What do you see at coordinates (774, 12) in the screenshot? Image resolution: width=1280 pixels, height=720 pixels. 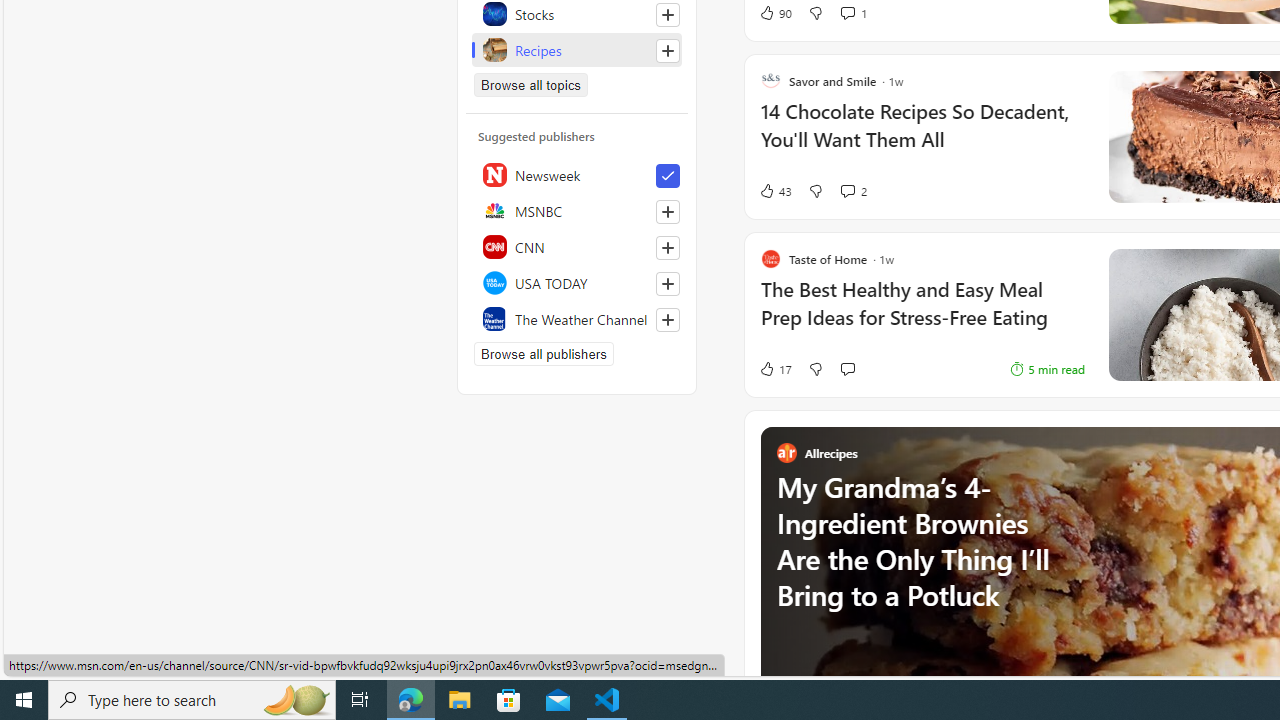 I see `'90 Like'` at bounding box center [774, 12].